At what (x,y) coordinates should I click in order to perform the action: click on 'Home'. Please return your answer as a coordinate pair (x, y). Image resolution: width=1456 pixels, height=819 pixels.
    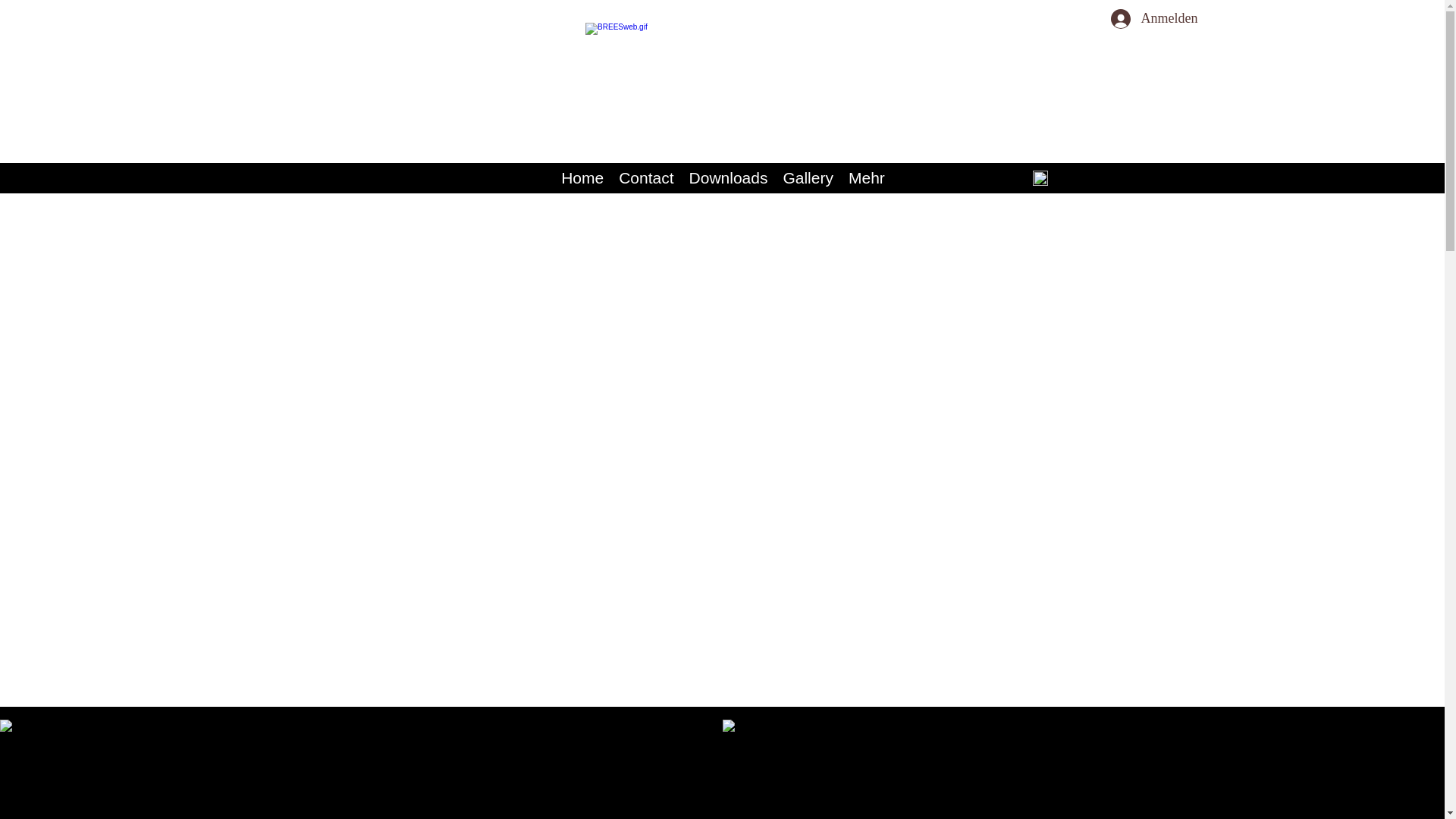
    Looking at the image, I should click on (552, 177).